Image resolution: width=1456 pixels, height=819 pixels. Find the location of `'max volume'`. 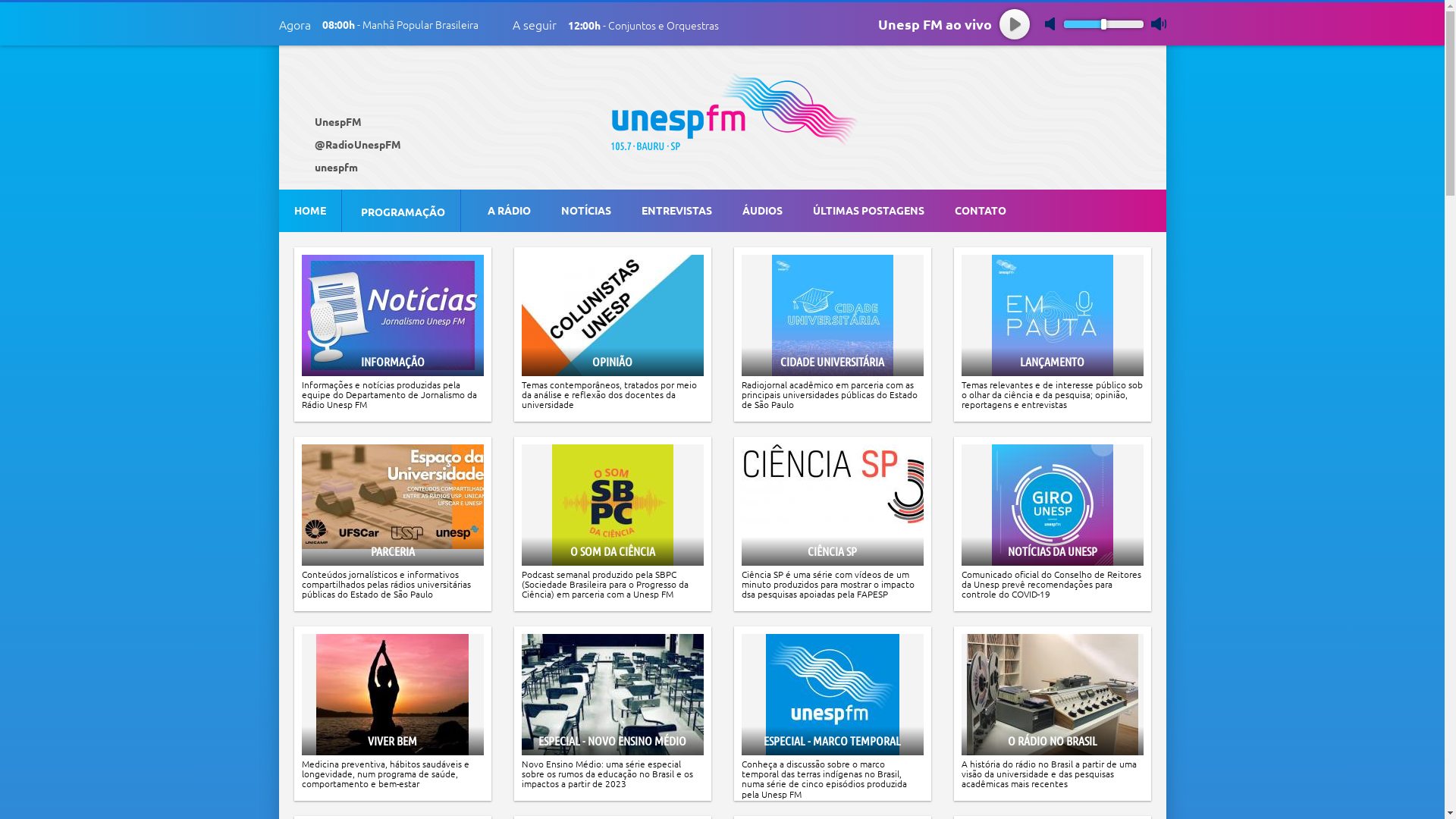

'max volume' is located at coordinates (1157, 24).